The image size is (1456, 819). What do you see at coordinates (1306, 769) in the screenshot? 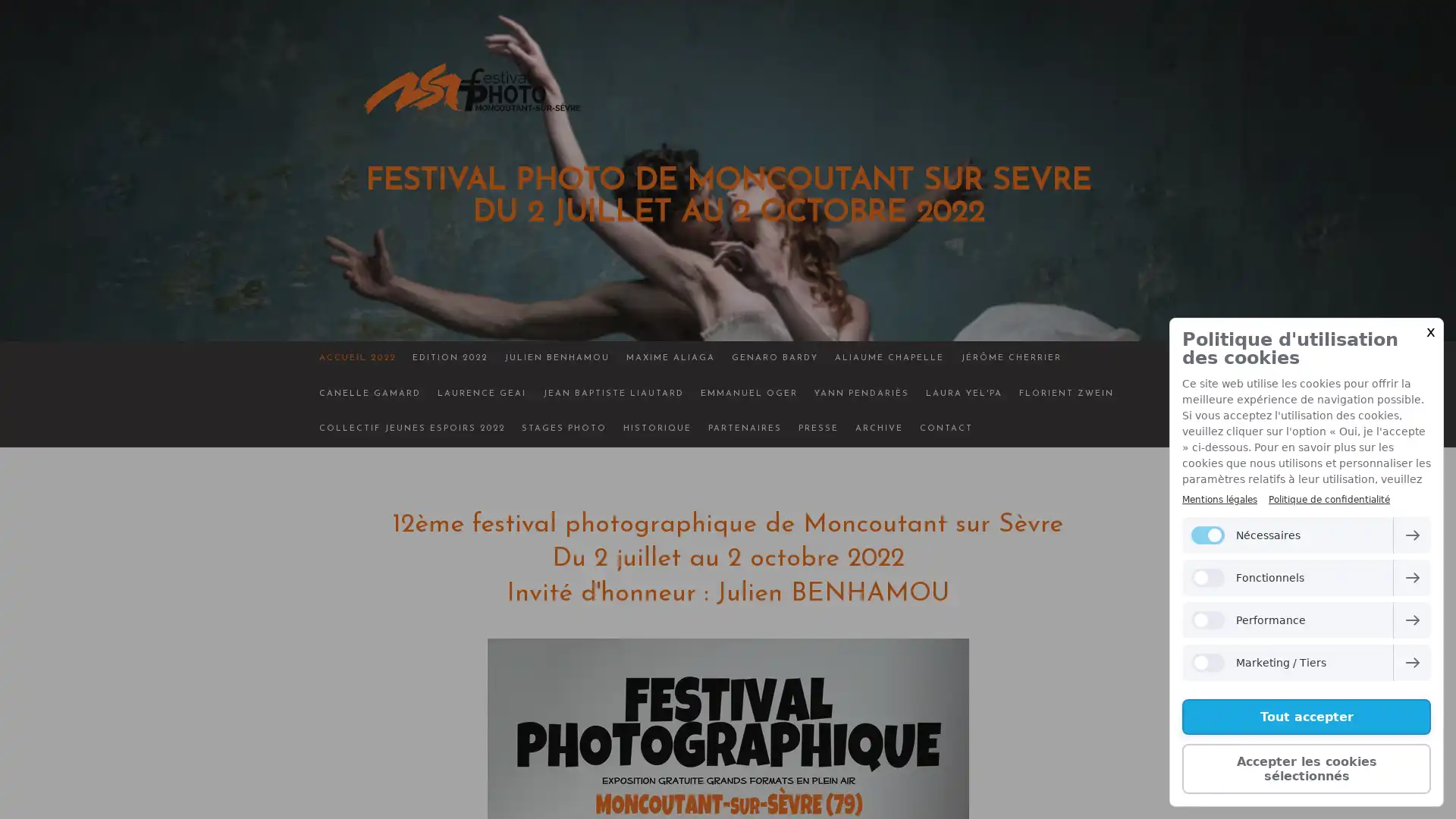
I see `Accepter les cookies selectionnes` at bounding box center [1306, 769].